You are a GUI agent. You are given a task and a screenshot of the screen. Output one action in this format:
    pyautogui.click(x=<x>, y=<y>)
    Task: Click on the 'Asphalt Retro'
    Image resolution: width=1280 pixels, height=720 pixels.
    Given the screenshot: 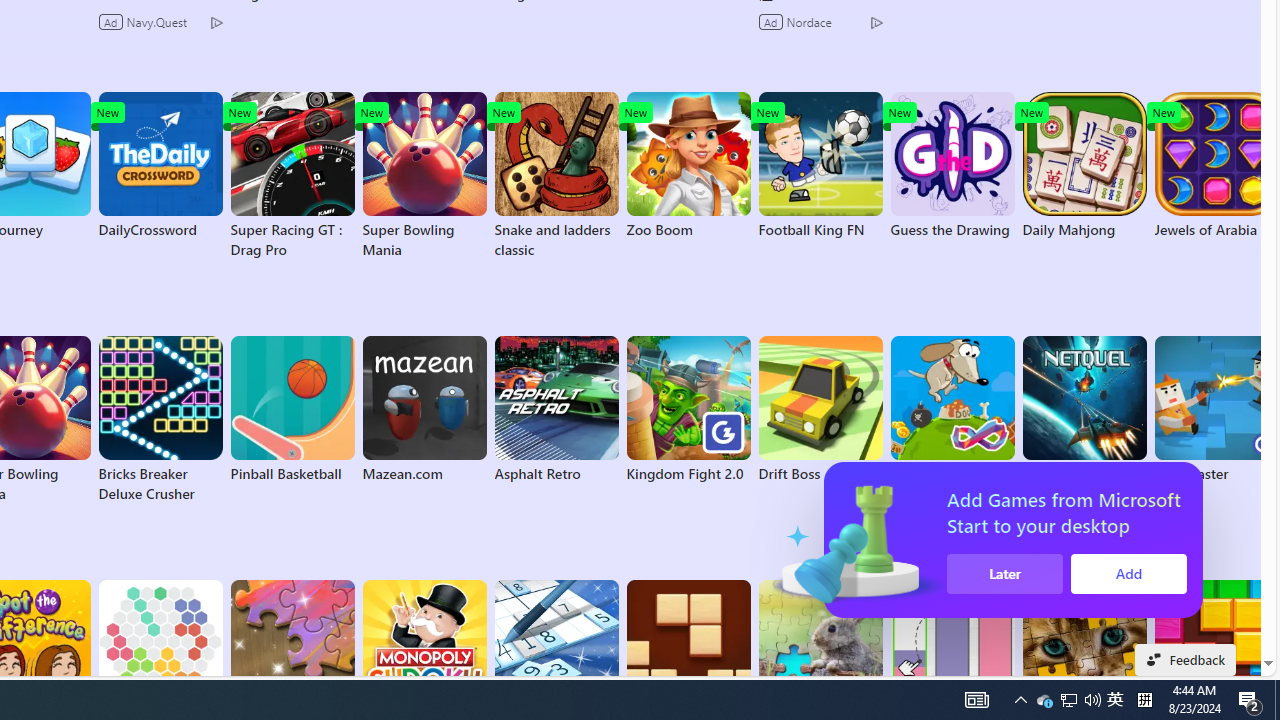 What is the action you would take?
    pyautogui.click(x=556, y=409)
    